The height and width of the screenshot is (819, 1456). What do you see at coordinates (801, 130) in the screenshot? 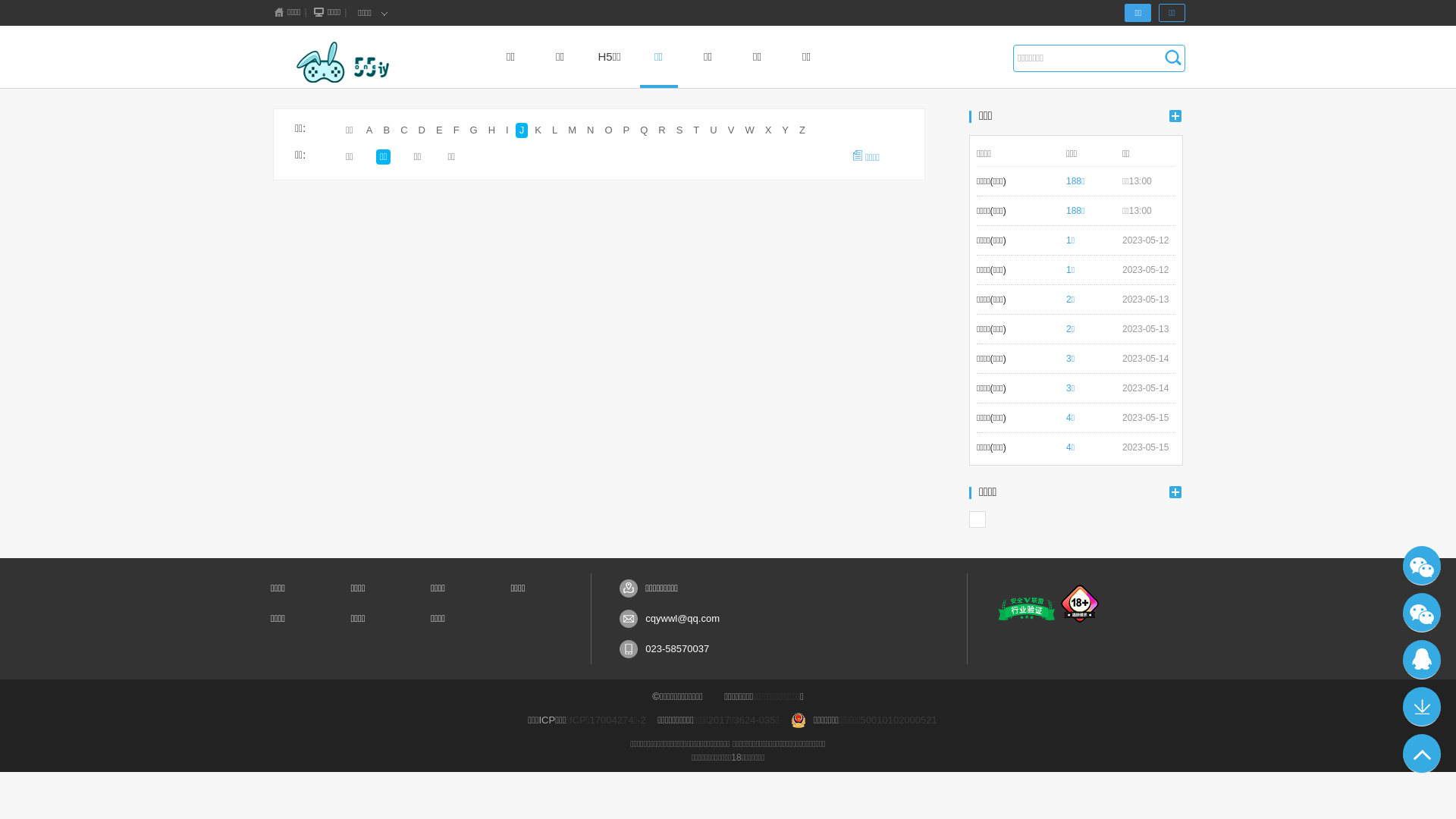
I see `'Z'` at bounding box center [801, 130].